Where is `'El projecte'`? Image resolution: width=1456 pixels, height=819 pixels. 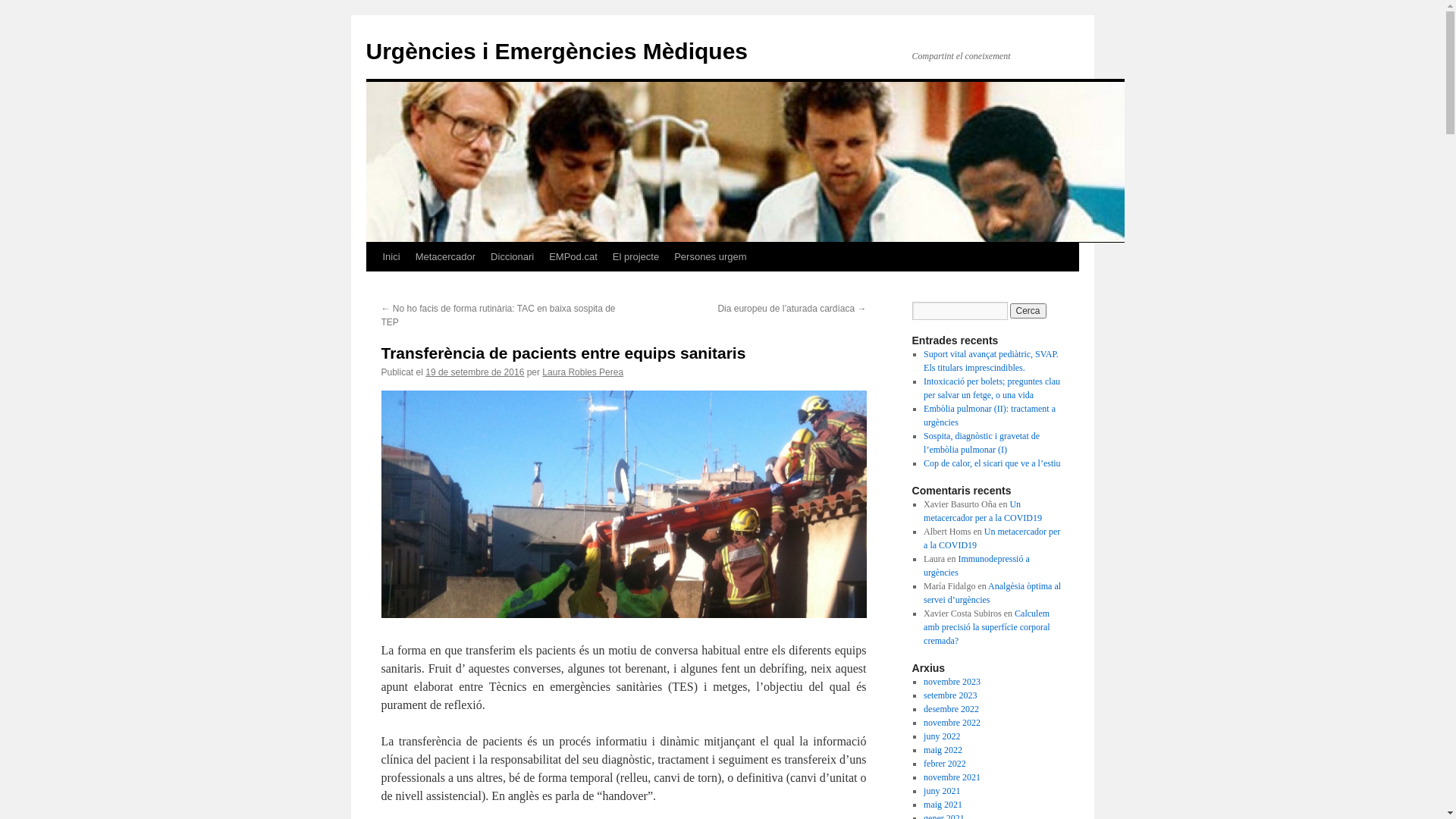 'El projecte' is located at coordinates (635, 256).